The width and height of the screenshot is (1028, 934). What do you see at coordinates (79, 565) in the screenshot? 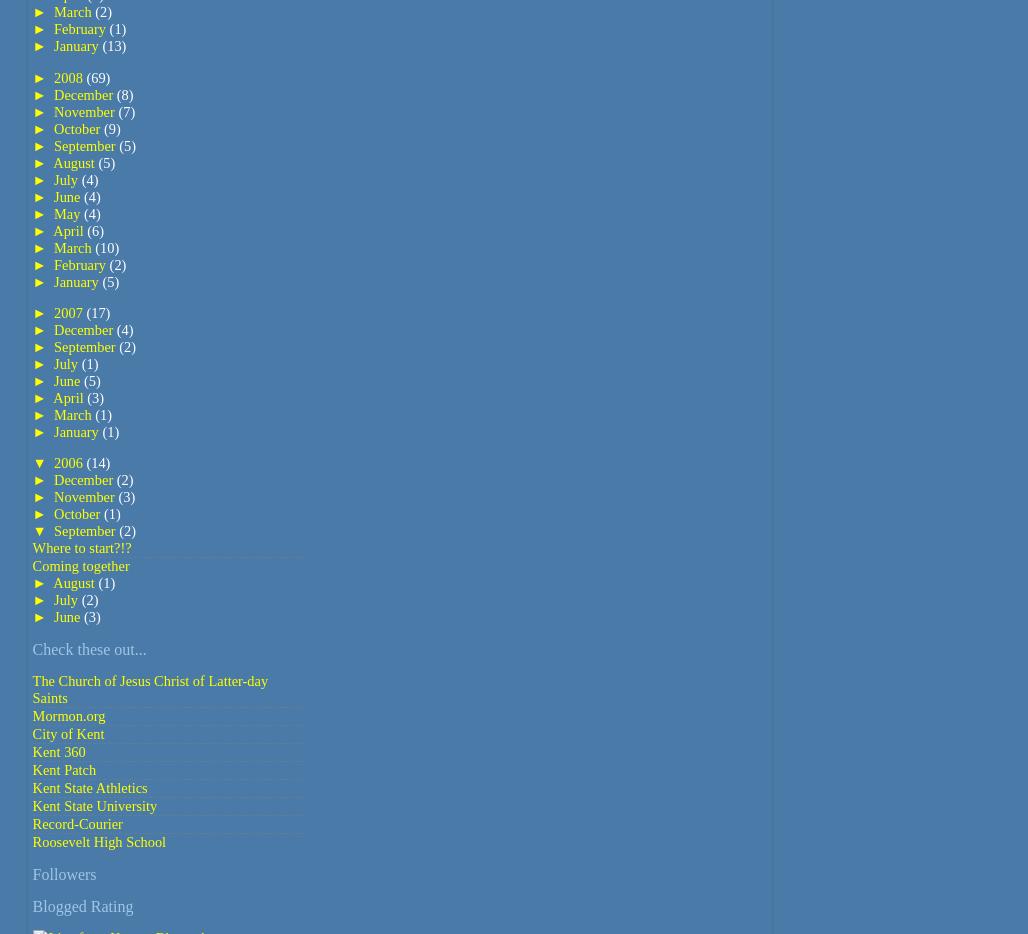
I see `'Coming together'` at bounding box center [79, 565].